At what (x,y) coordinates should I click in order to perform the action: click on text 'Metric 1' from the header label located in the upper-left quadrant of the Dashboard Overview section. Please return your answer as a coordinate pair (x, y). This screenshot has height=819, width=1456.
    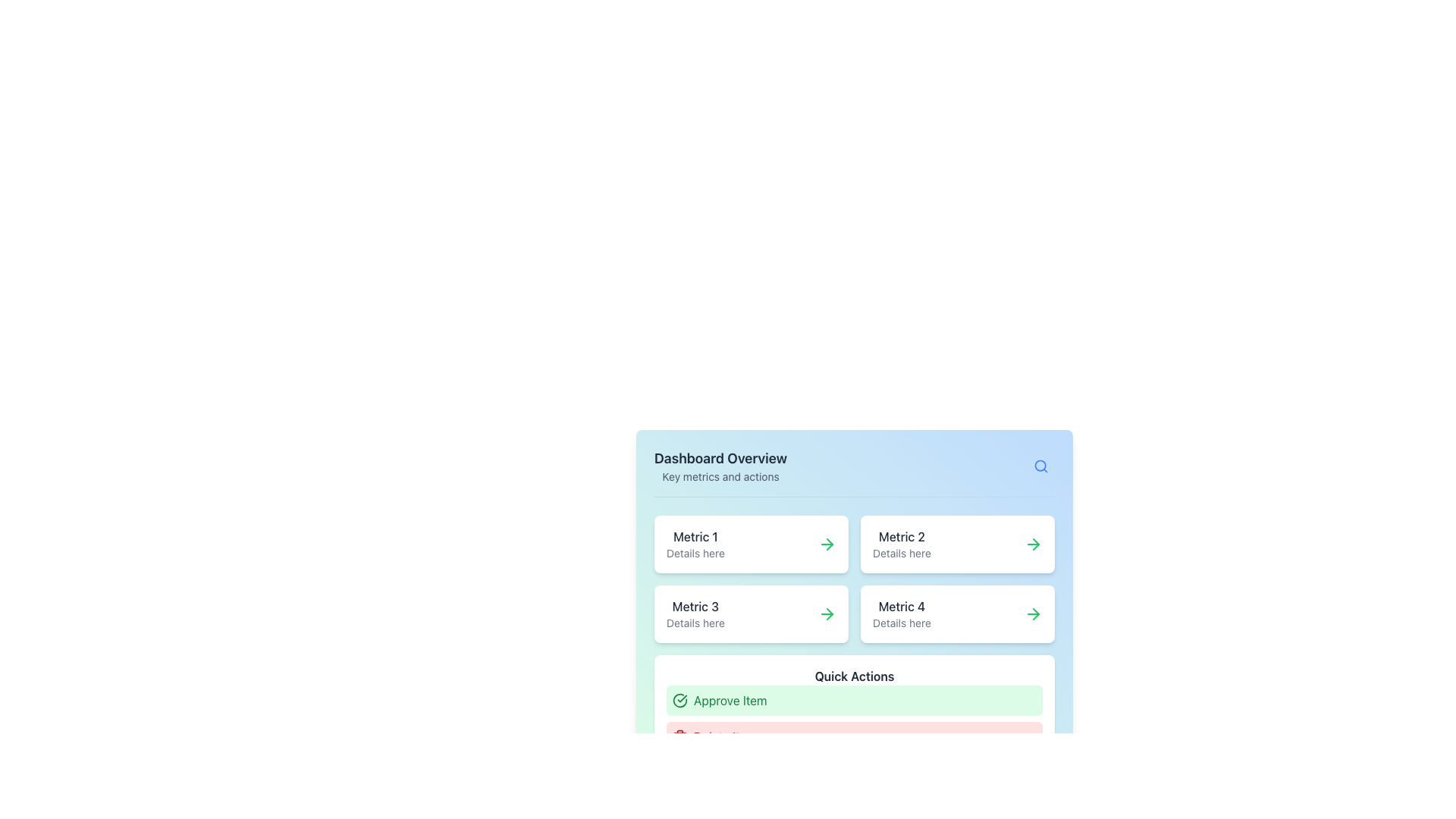
    Looking at the image, I should click on (695, 536).